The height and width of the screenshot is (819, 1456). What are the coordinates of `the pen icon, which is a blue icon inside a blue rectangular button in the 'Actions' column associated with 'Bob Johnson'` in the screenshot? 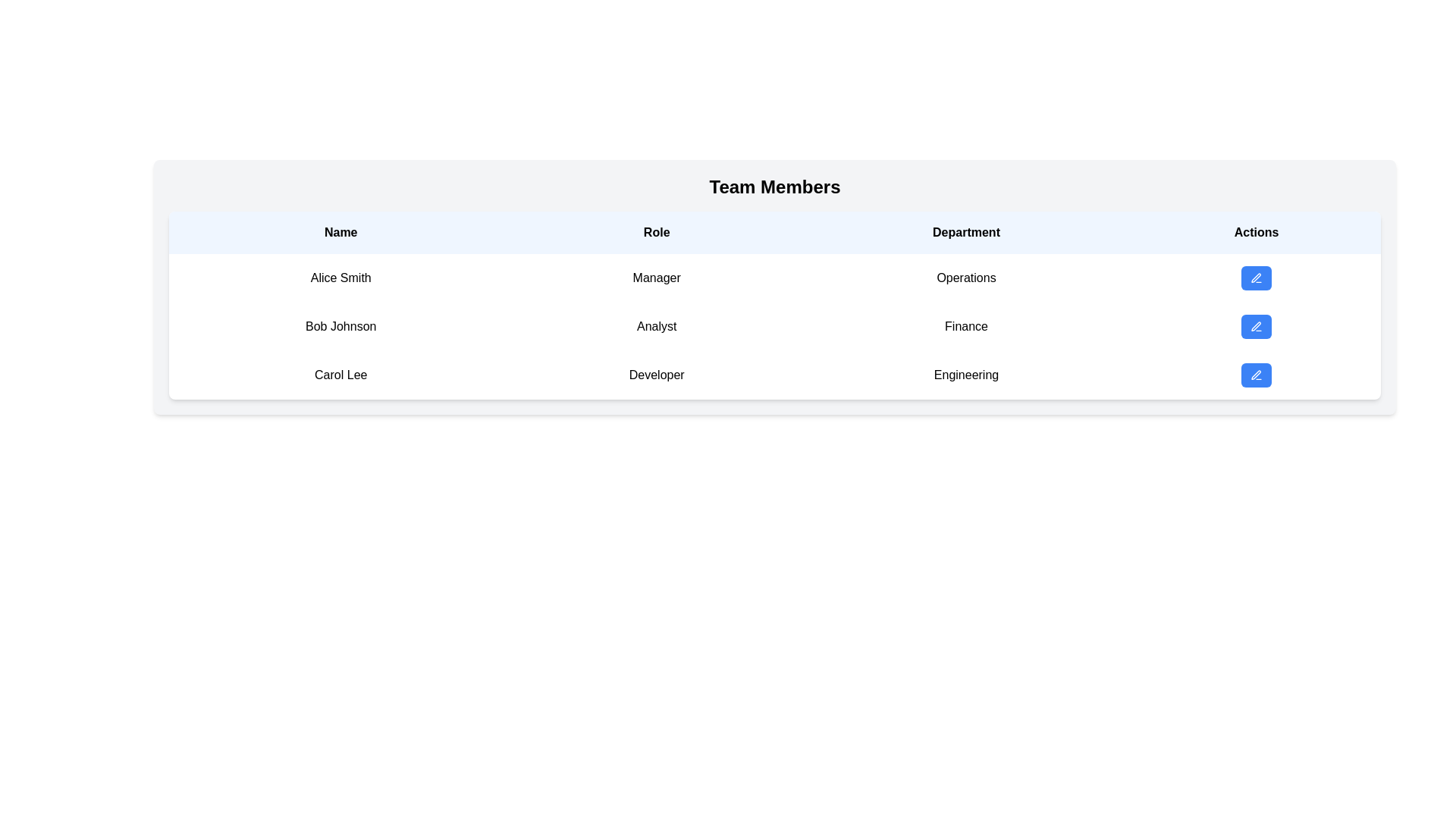 It's located at (1256, 326).